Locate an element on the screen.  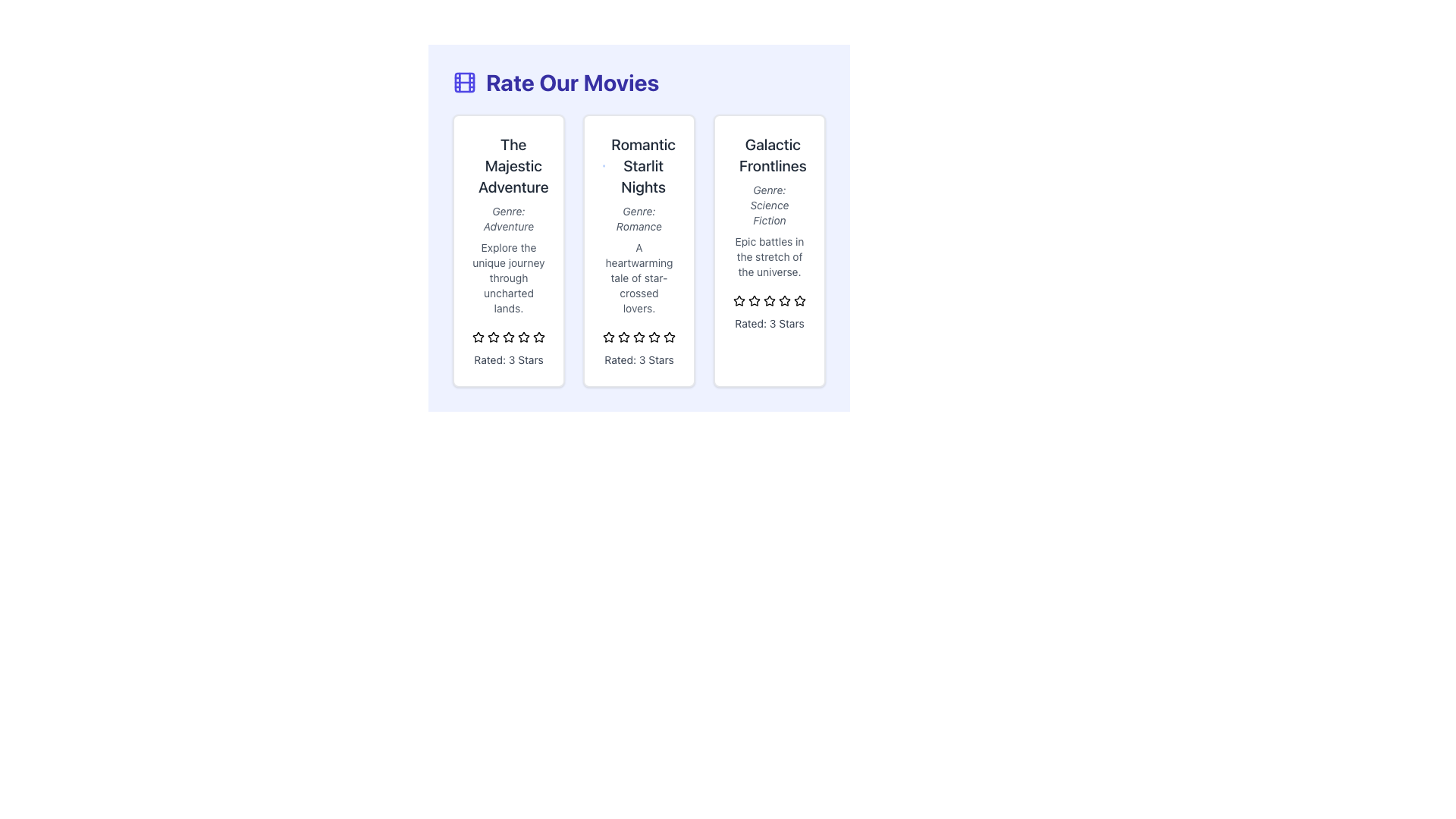
the small rectangular shape with rounded corners within the grid-like icon, located to the left of the 'Rate Our Movies' heading is located at coordinates (464, 82).